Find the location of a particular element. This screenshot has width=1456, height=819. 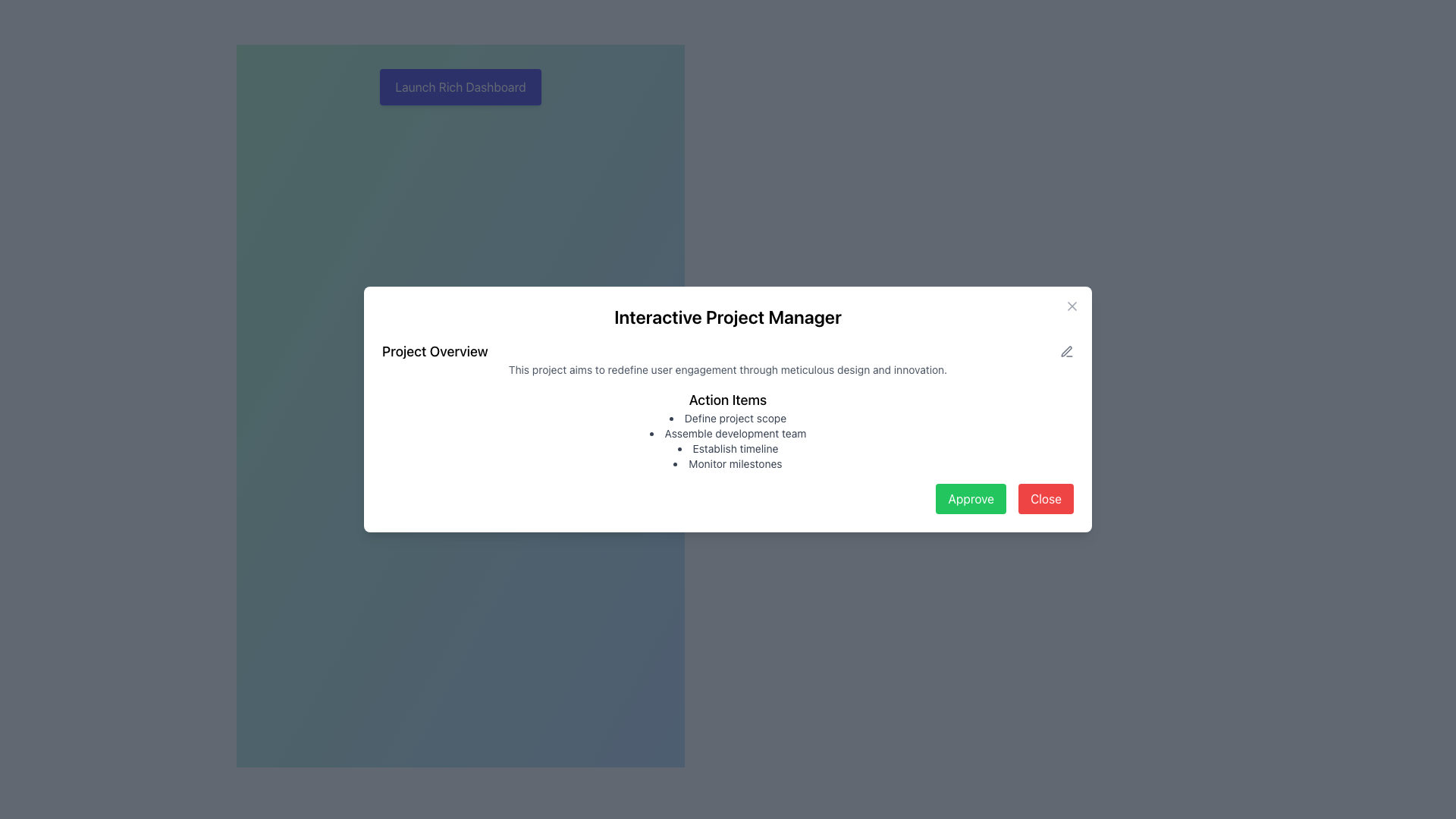

the 'Approve' button located on the right side of the modal dialog box, to finalize or accept the current task is located at coordinates (971, 499).